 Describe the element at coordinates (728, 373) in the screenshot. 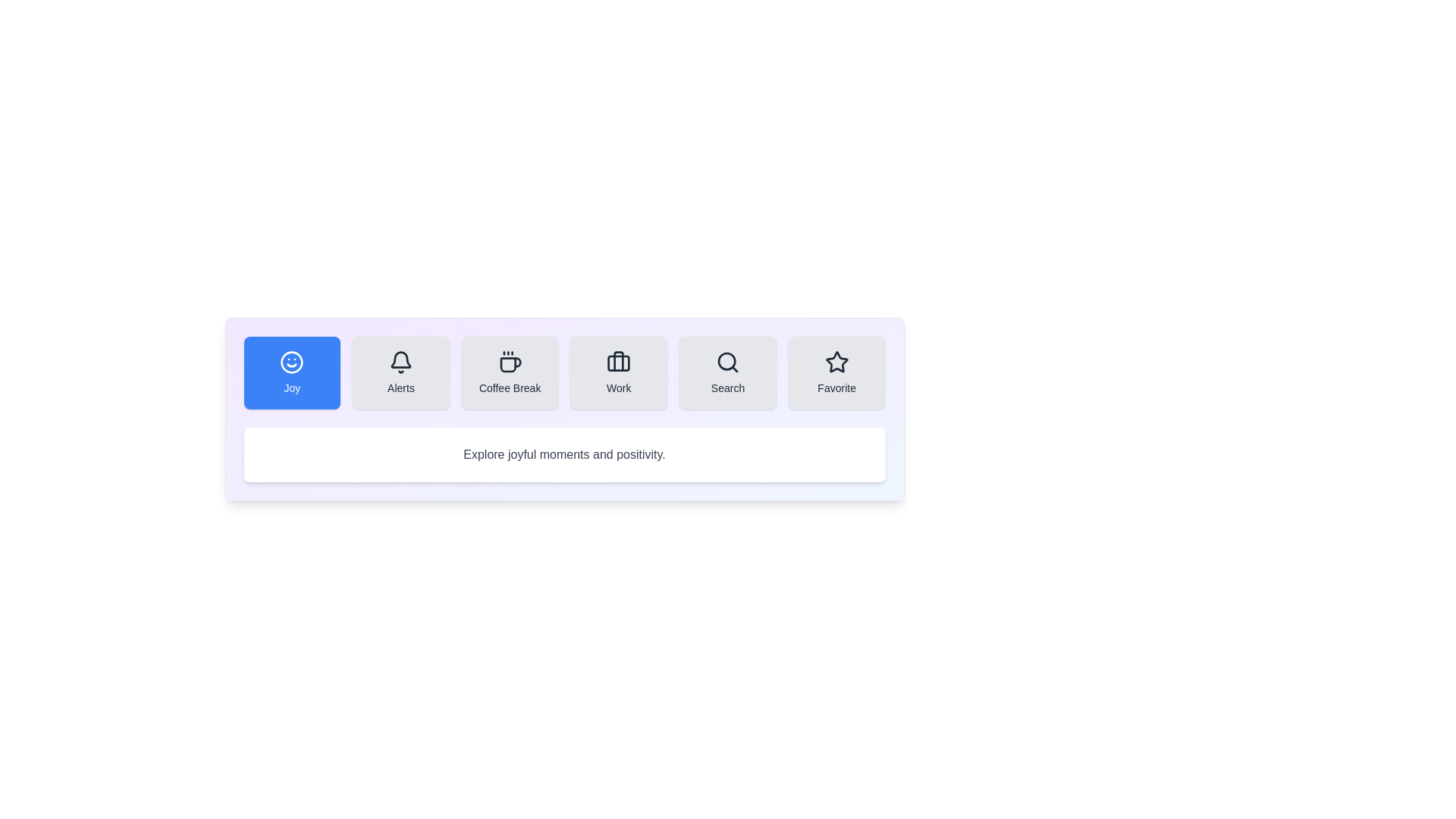

I see `the tab labeled Search to observe the hover effect` at that location.